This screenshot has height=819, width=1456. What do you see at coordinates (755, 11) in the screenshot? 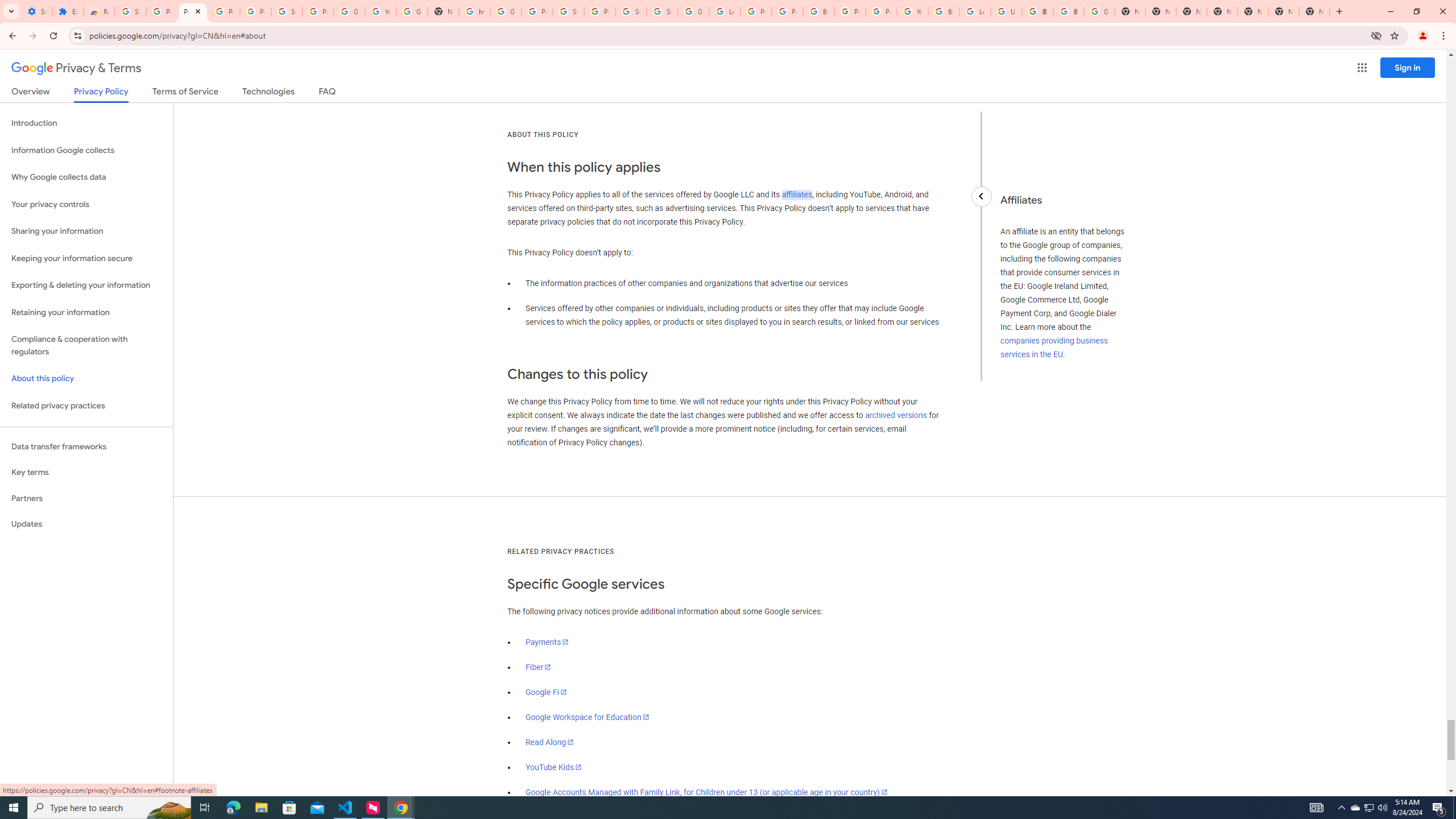
I see `'Privacy Help Center - Policies Help'` at bounding box center [755, 11].